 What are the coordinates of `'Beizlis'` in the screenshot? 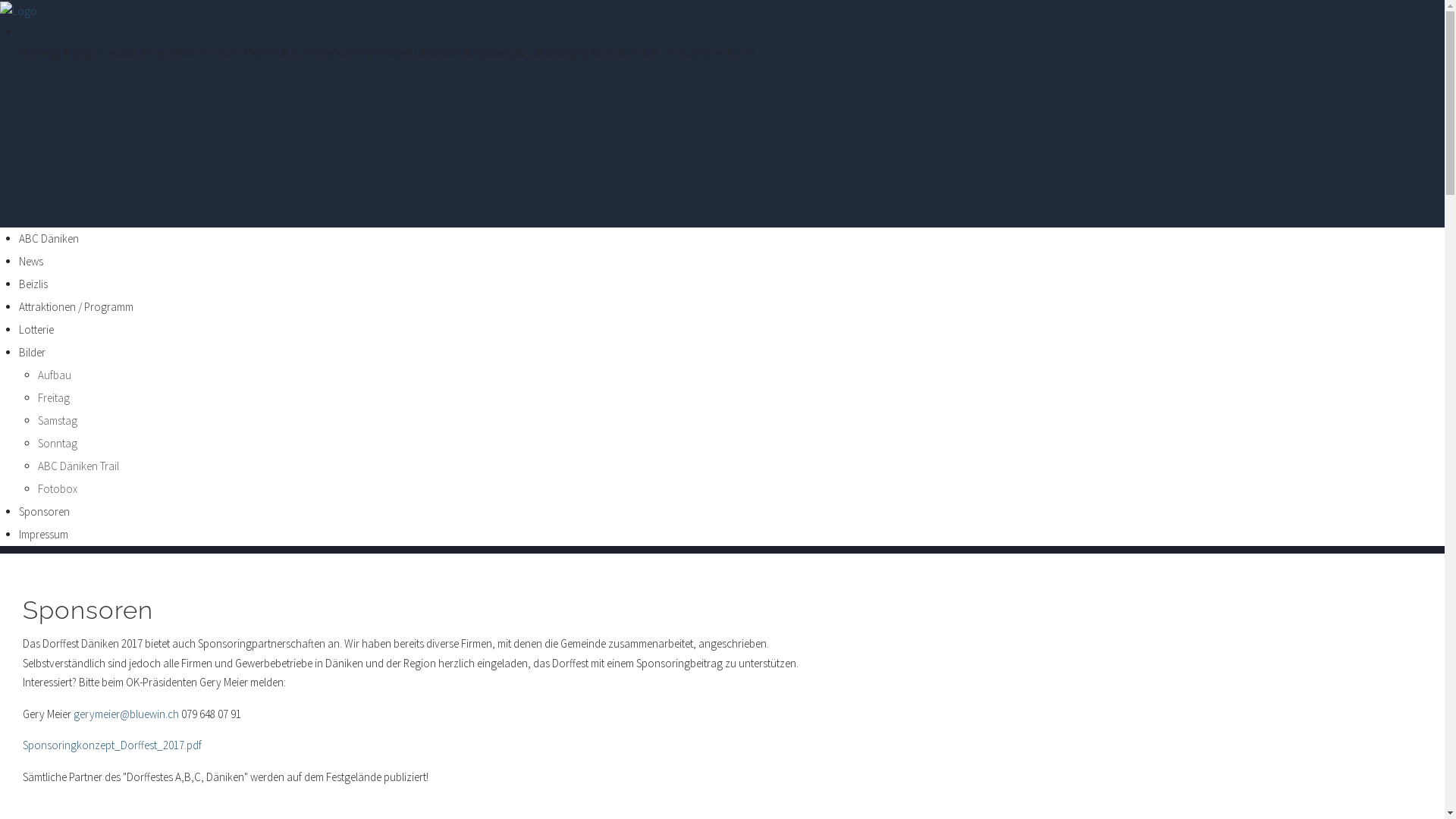 It's located at (33, 284).